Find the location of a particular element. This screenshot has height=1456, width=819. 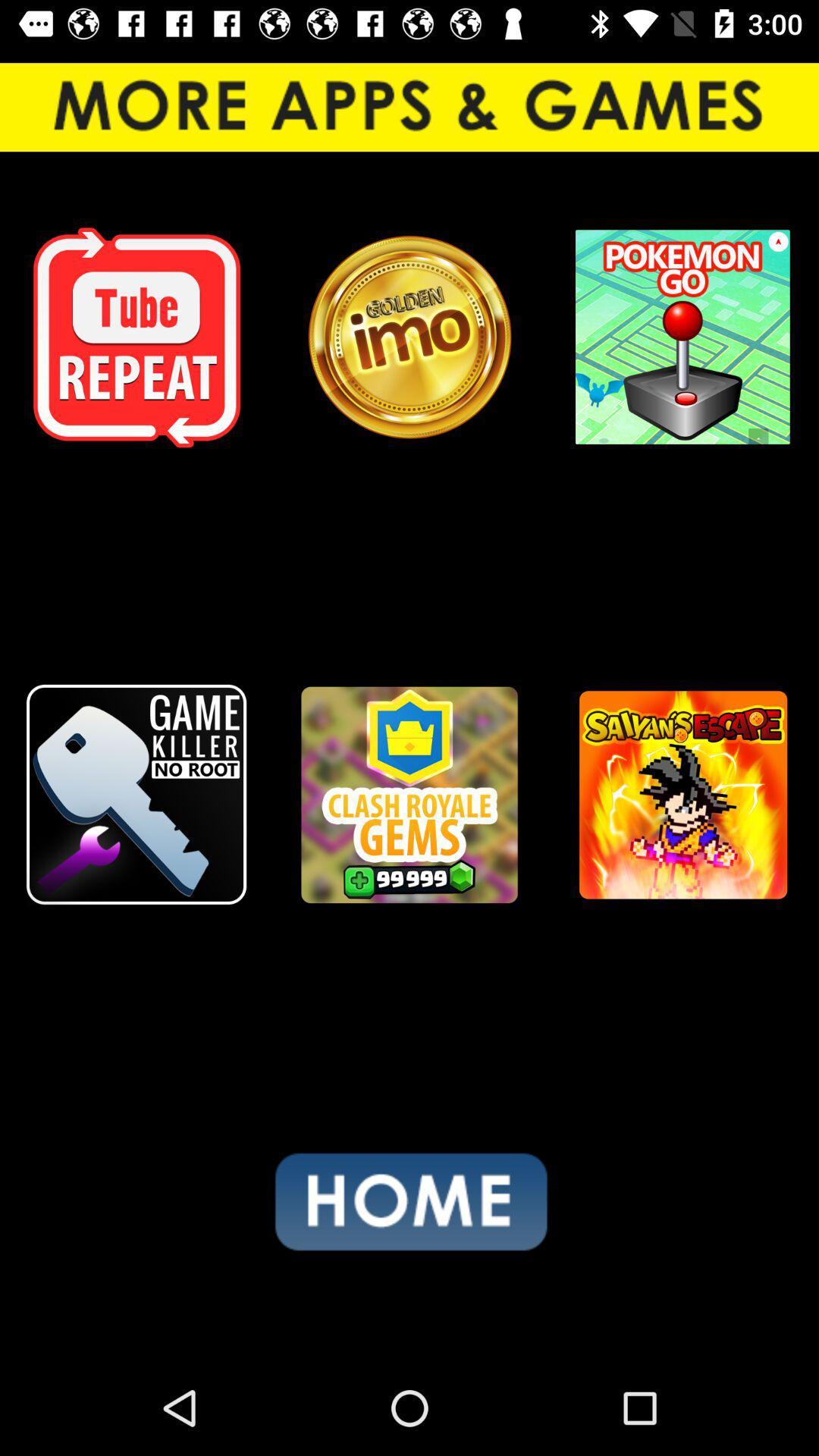

icon at the top left corner is located at coordinates (136, 337).